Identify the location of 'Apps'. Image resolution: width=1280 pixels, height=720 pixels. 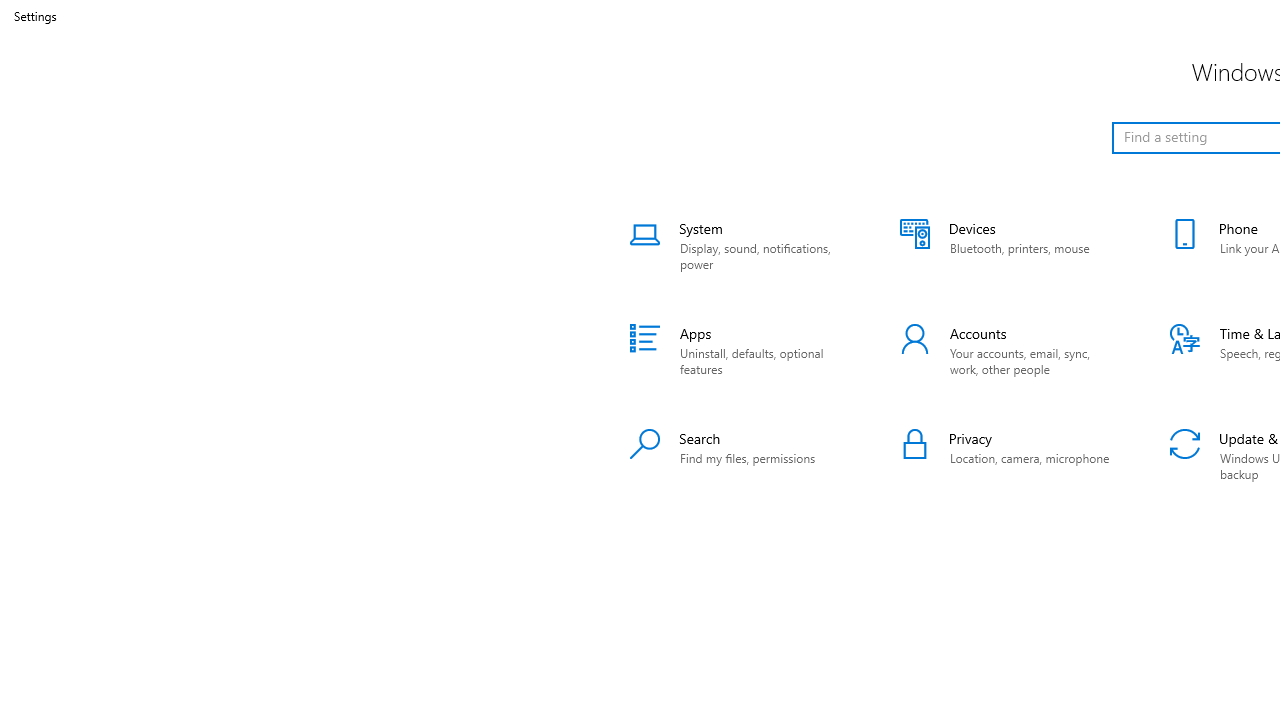
(738, 350).